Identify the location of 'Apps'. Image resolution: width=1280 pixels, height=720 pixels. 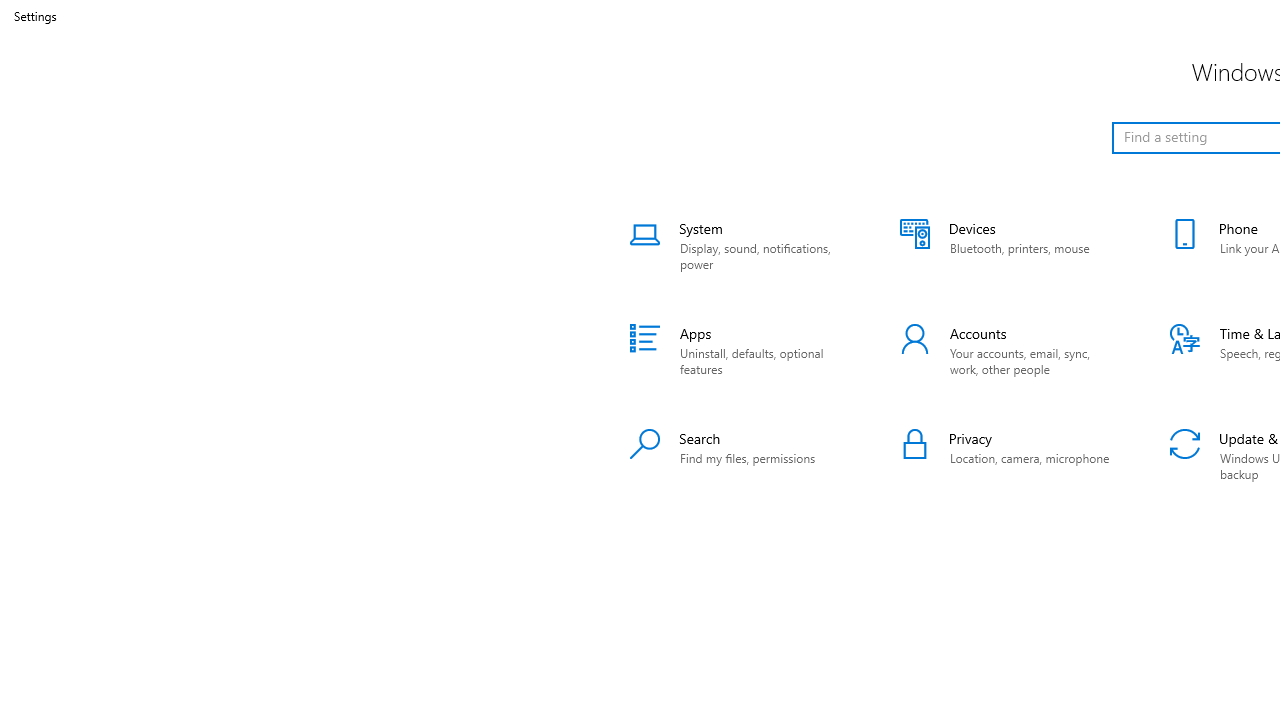
(738, 350).